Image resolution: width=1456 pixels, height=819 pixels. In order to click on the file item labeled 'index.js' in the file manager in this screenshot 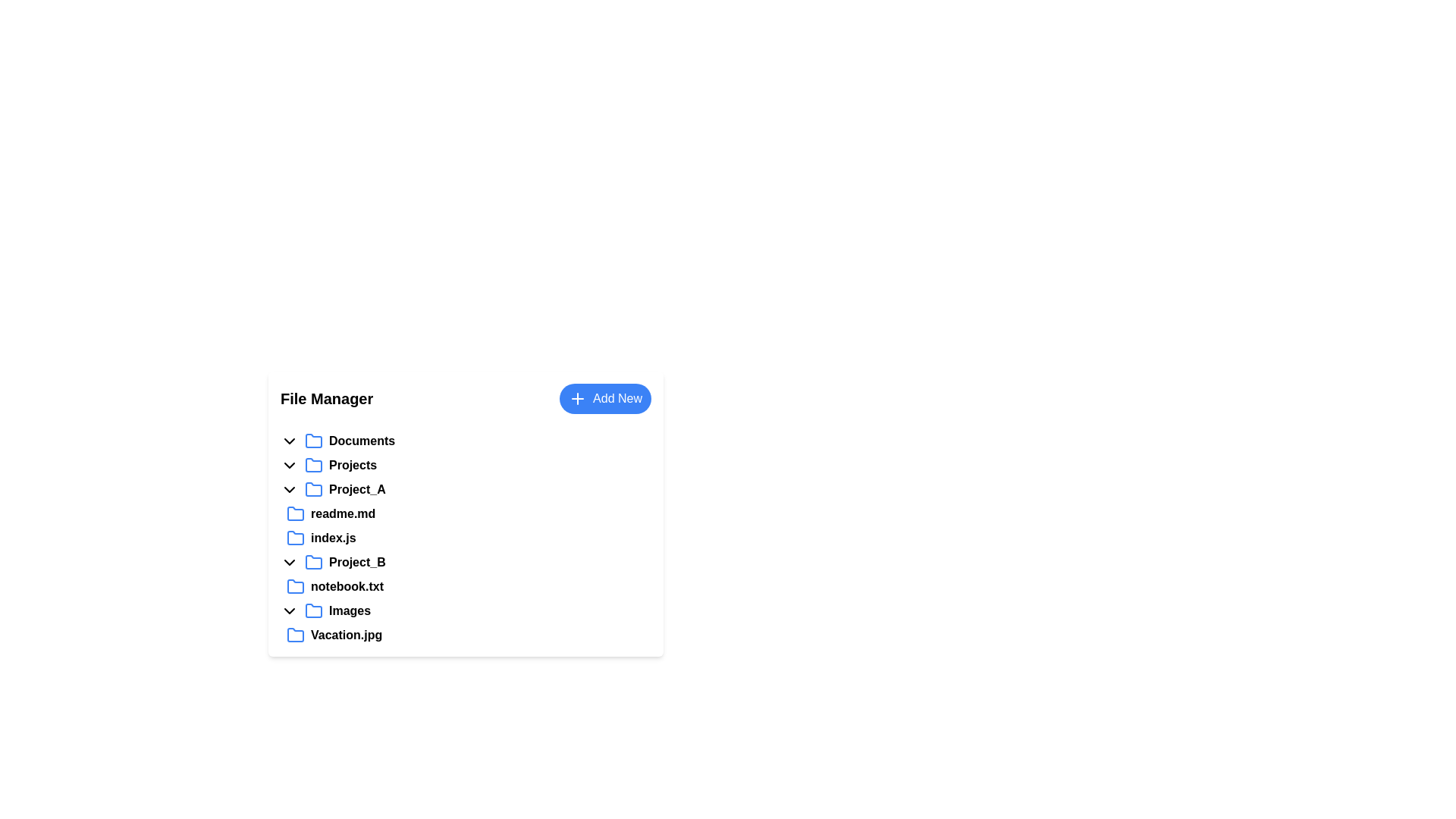, I will do `click(465, 537)`.